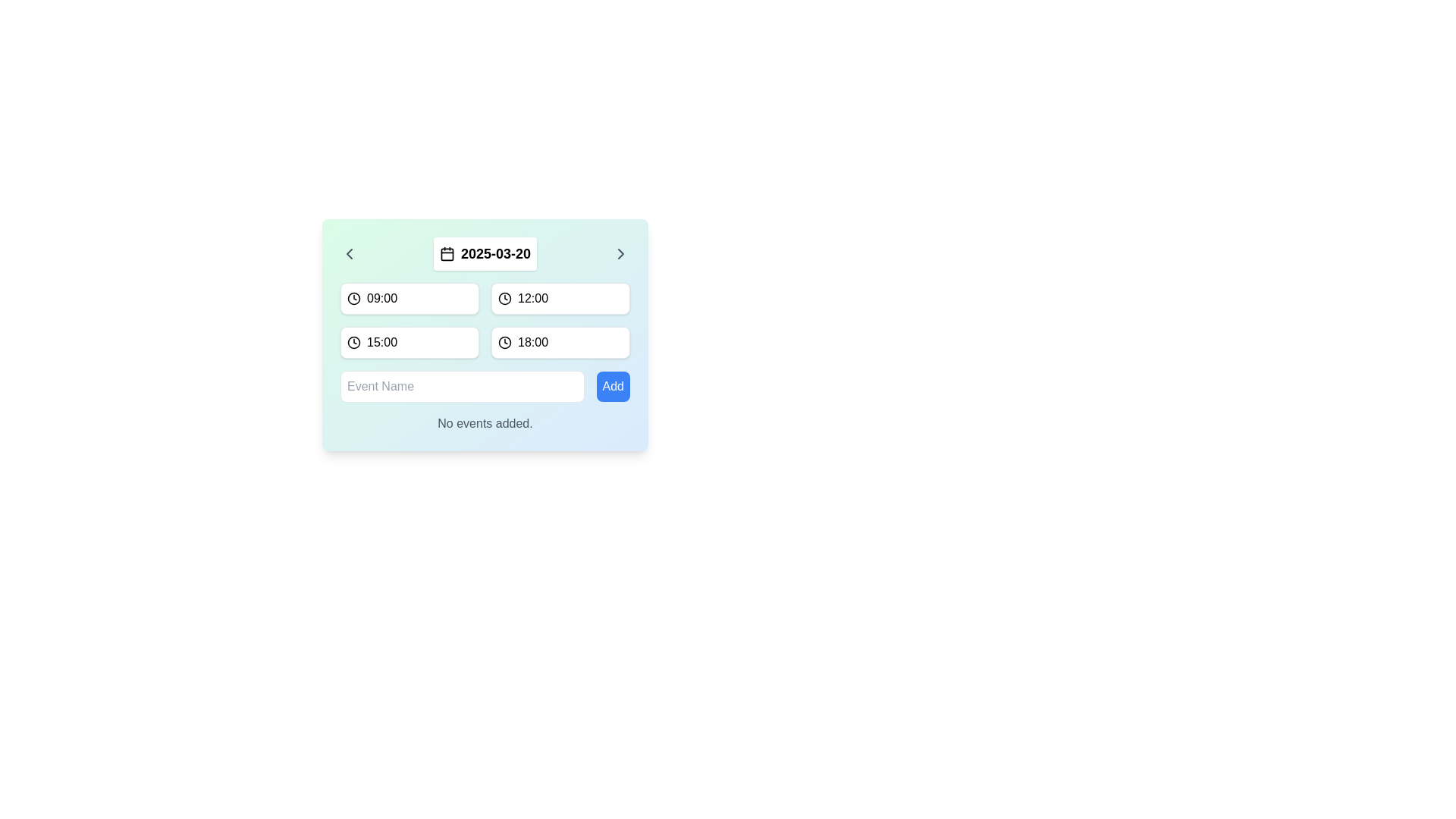 The image size is (1456, 819). Describe the element at coordinates (505, 342) in the screenshot. I see `the circular part of the clock icon located to the left of the time '18:00' in the bottom-right corner of the interface` at that location.